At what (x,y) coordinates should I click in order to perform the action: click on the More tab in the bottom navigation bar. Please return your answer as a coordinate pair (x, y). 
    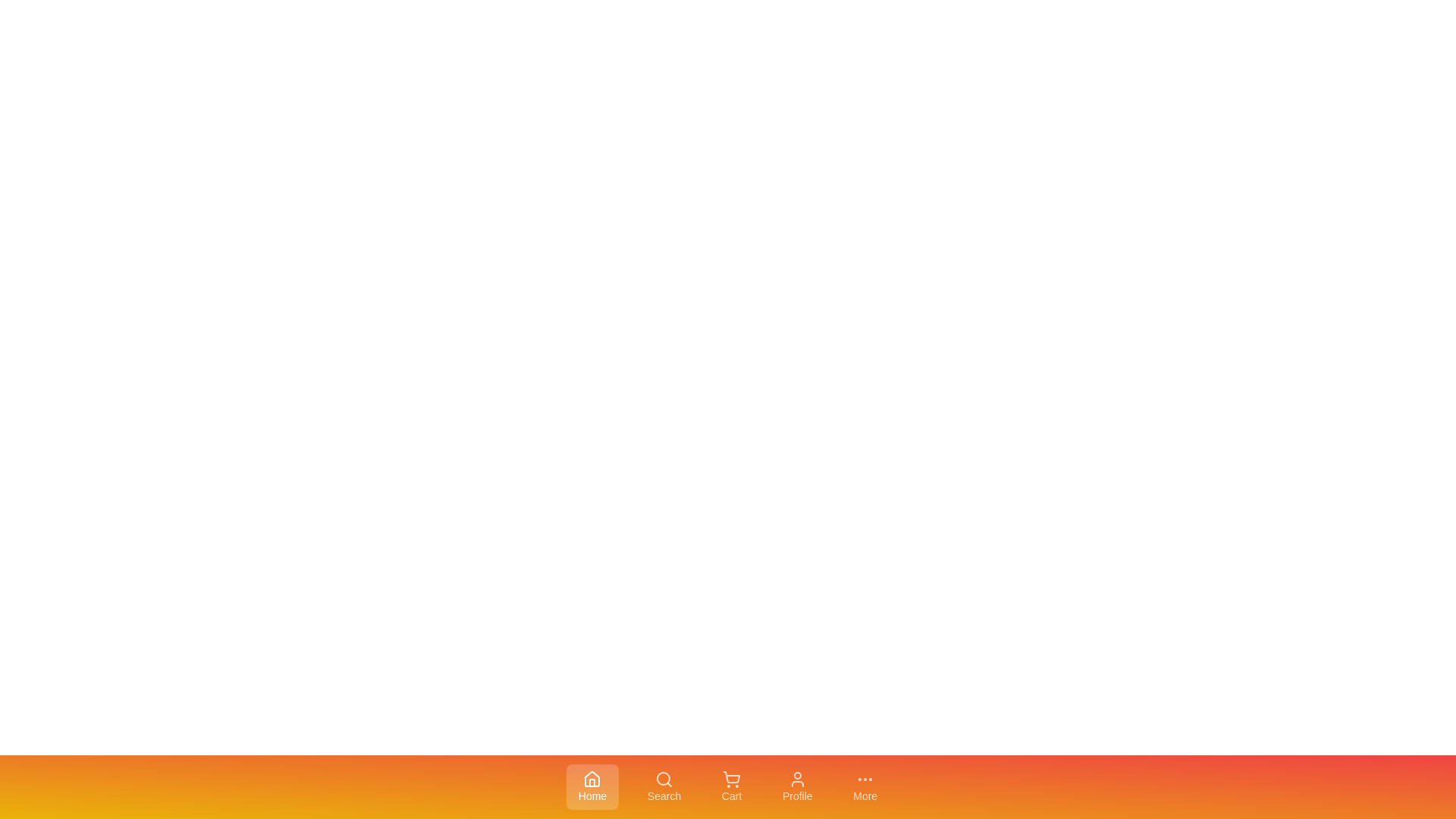
    Looking at the image, I should click on (865, 786).